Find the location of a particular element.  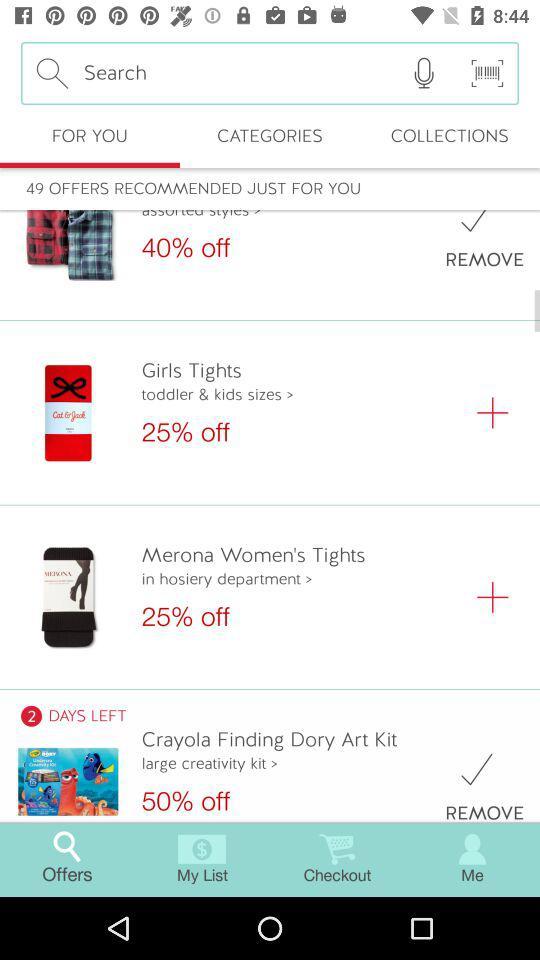

icon to the right of the search item is located at coordinates (423, 73).